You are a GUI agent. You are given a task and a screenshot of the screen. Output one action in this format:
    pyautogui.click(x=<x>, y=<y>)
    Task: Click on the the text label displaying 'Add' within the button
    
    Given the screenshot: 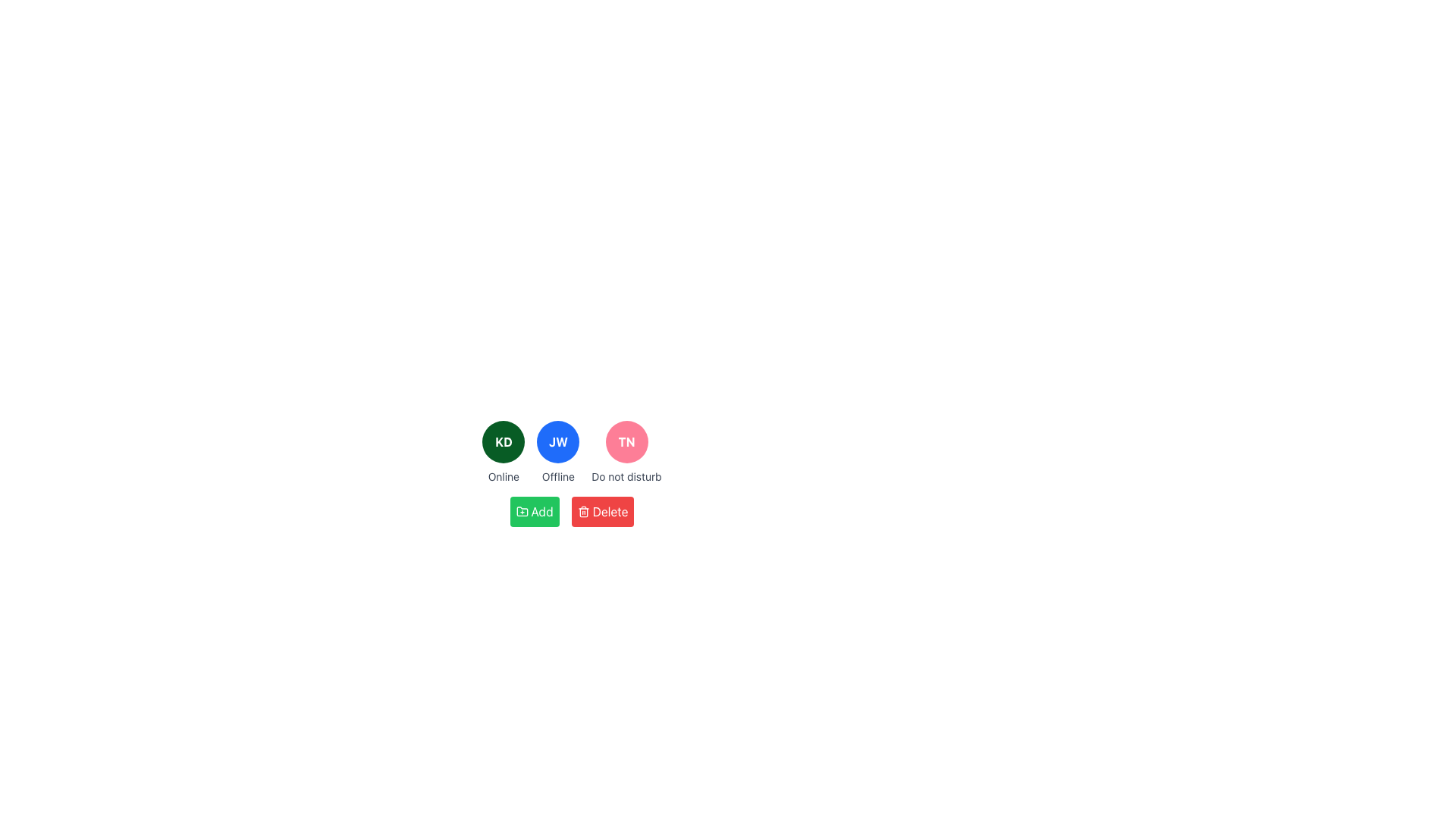 What is the action you would take?
    pyautogui.click(x=542, y=512)
    